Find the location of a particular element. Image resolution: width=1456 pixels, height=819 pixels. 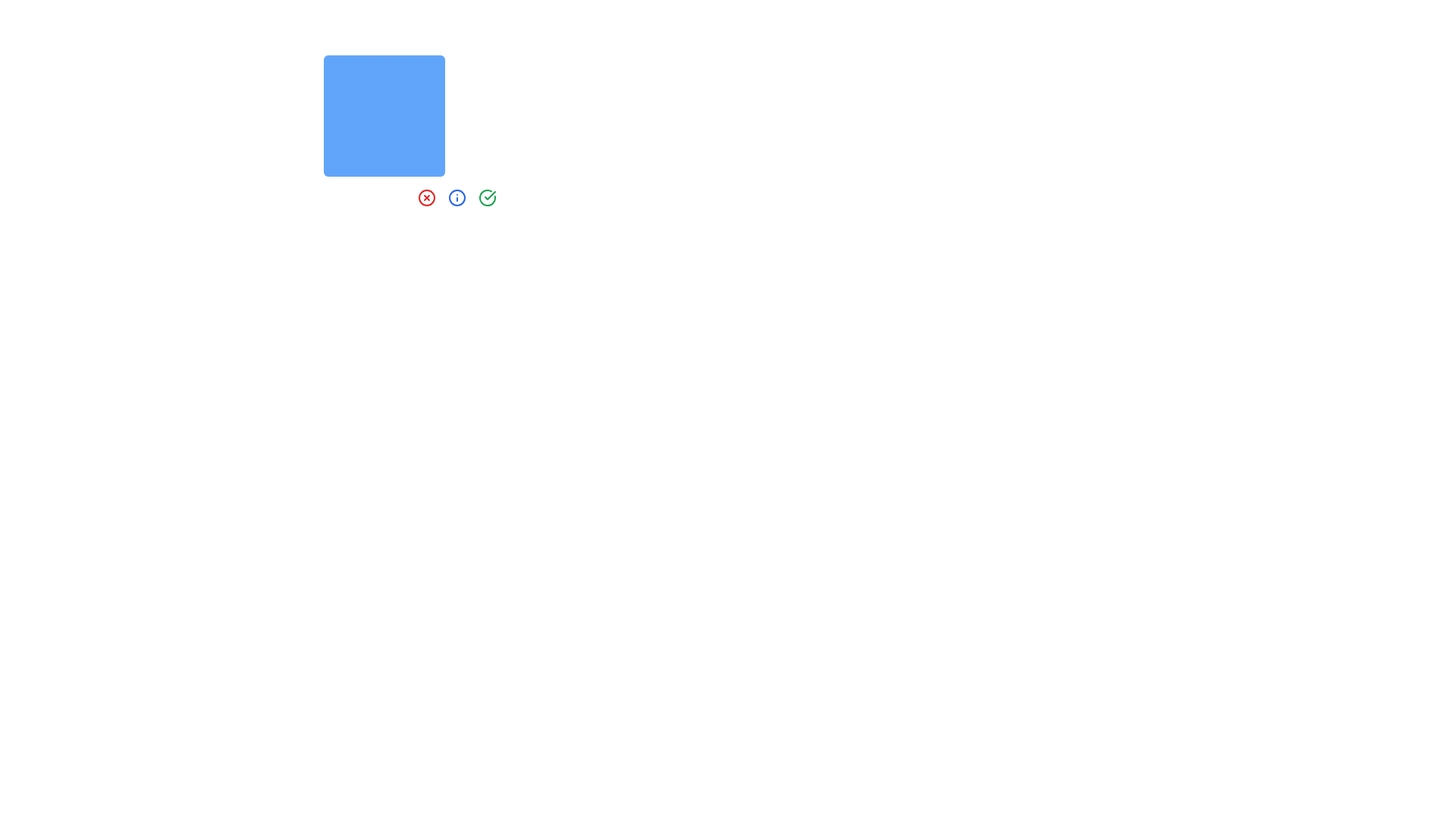

the SVG Circle that is part of the information icon, located towards the bottom right of a blue square element is located at coordinates (457, 197).